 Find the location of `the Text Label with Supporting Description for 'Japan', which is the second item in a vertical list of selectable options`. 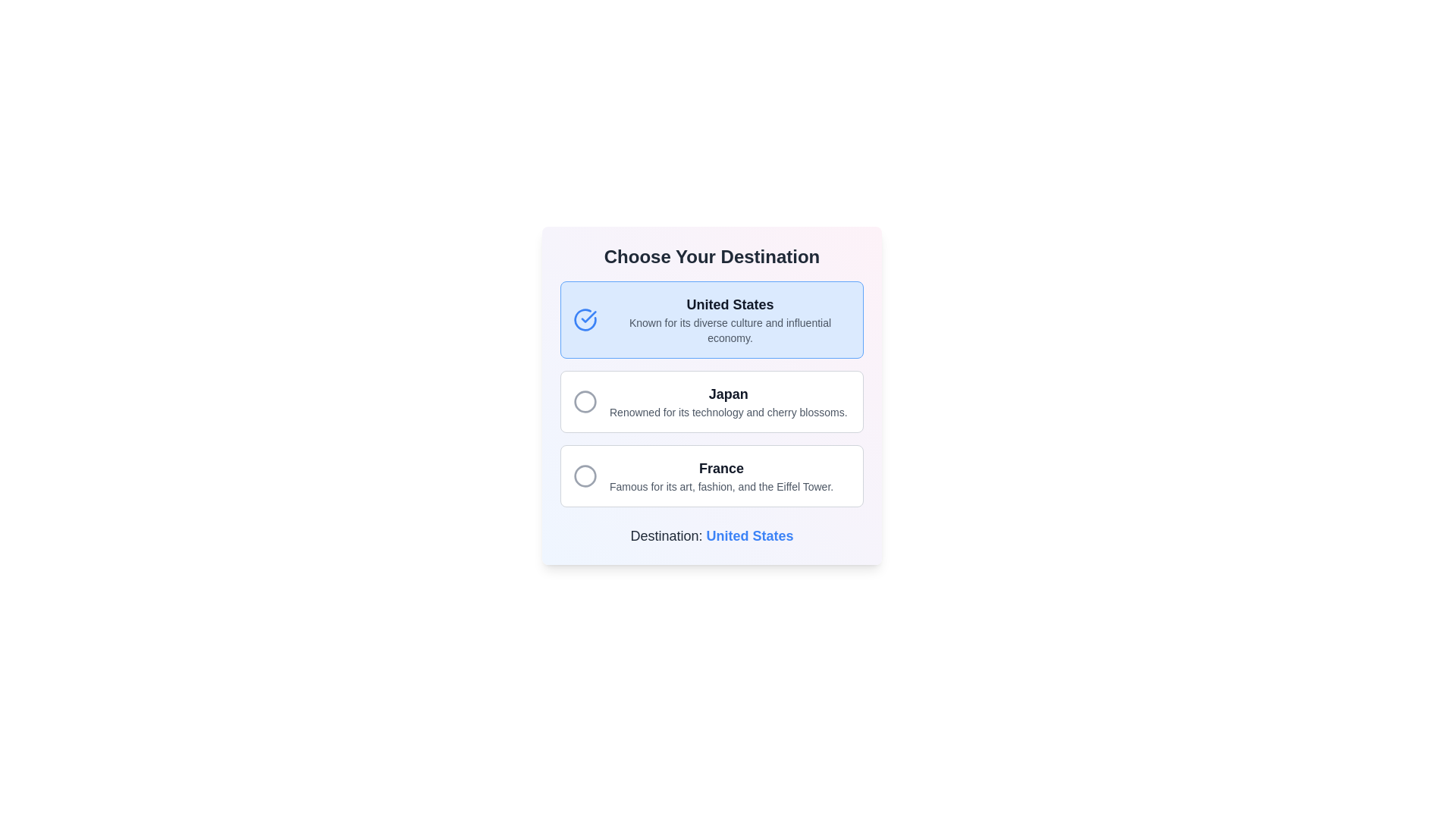

the Text Label with Supporting Description for 'Japan', which is the second item in a vertical list of selectable options is located at coordinates (728, 400).